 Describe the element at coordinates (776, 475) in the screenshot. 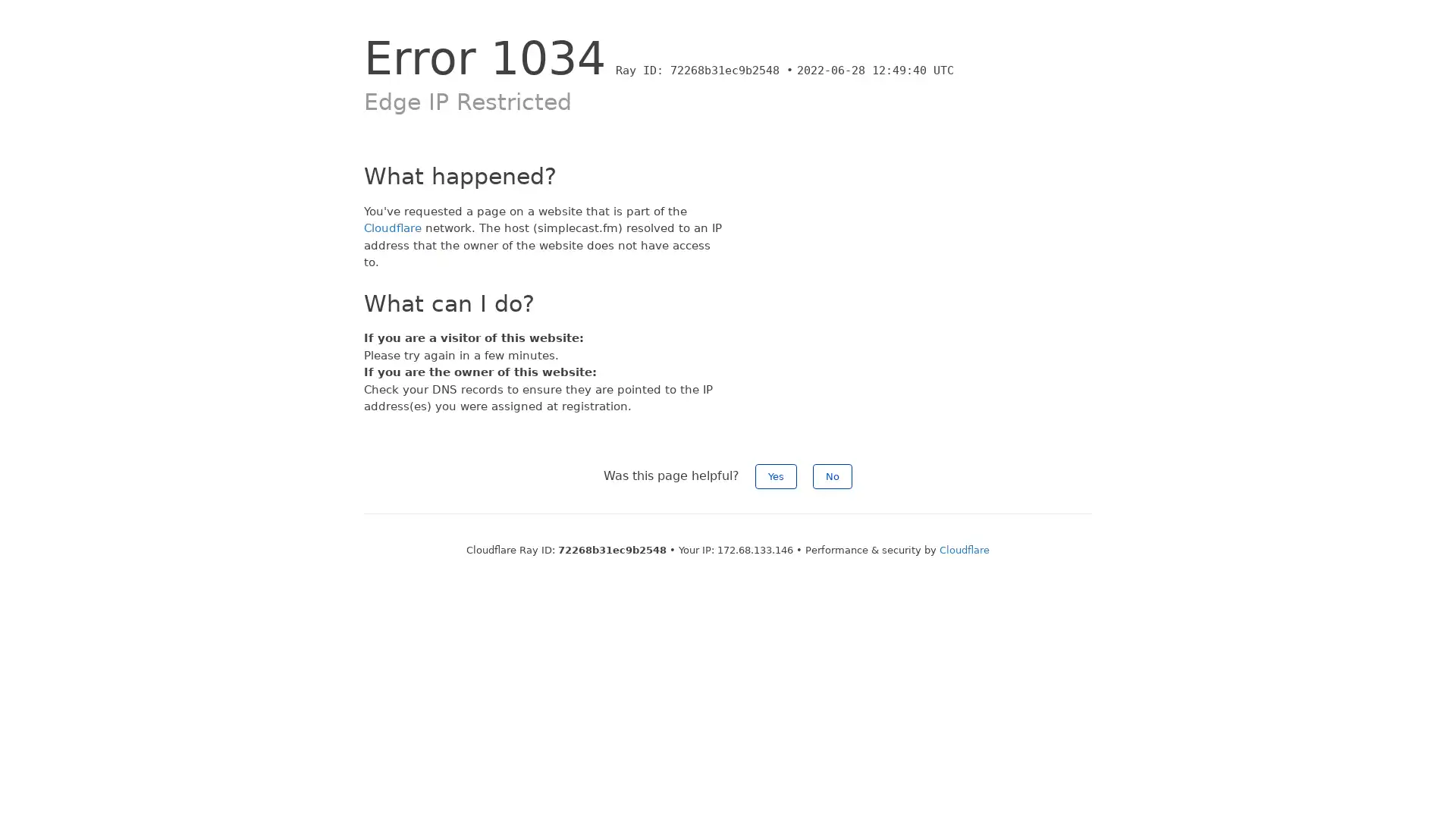

I see `Yes` at that location.